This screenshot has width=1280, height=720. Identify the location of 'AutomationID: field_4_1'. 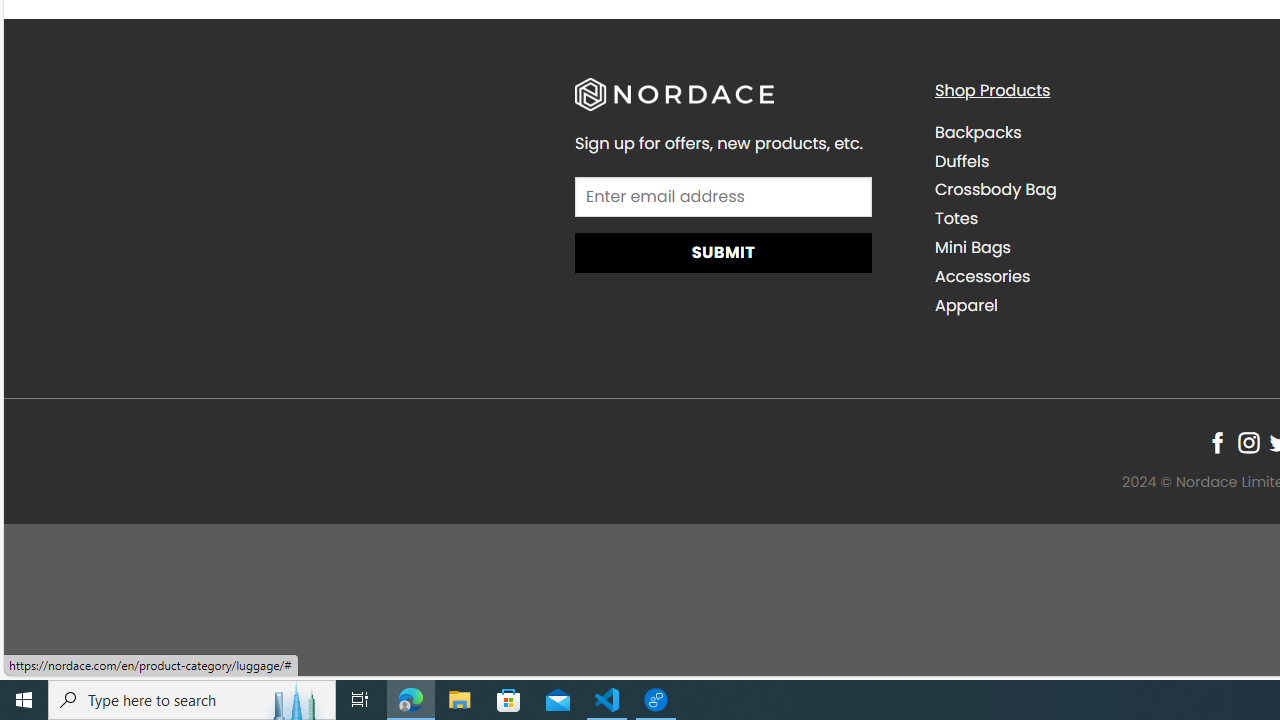
(722, 199).